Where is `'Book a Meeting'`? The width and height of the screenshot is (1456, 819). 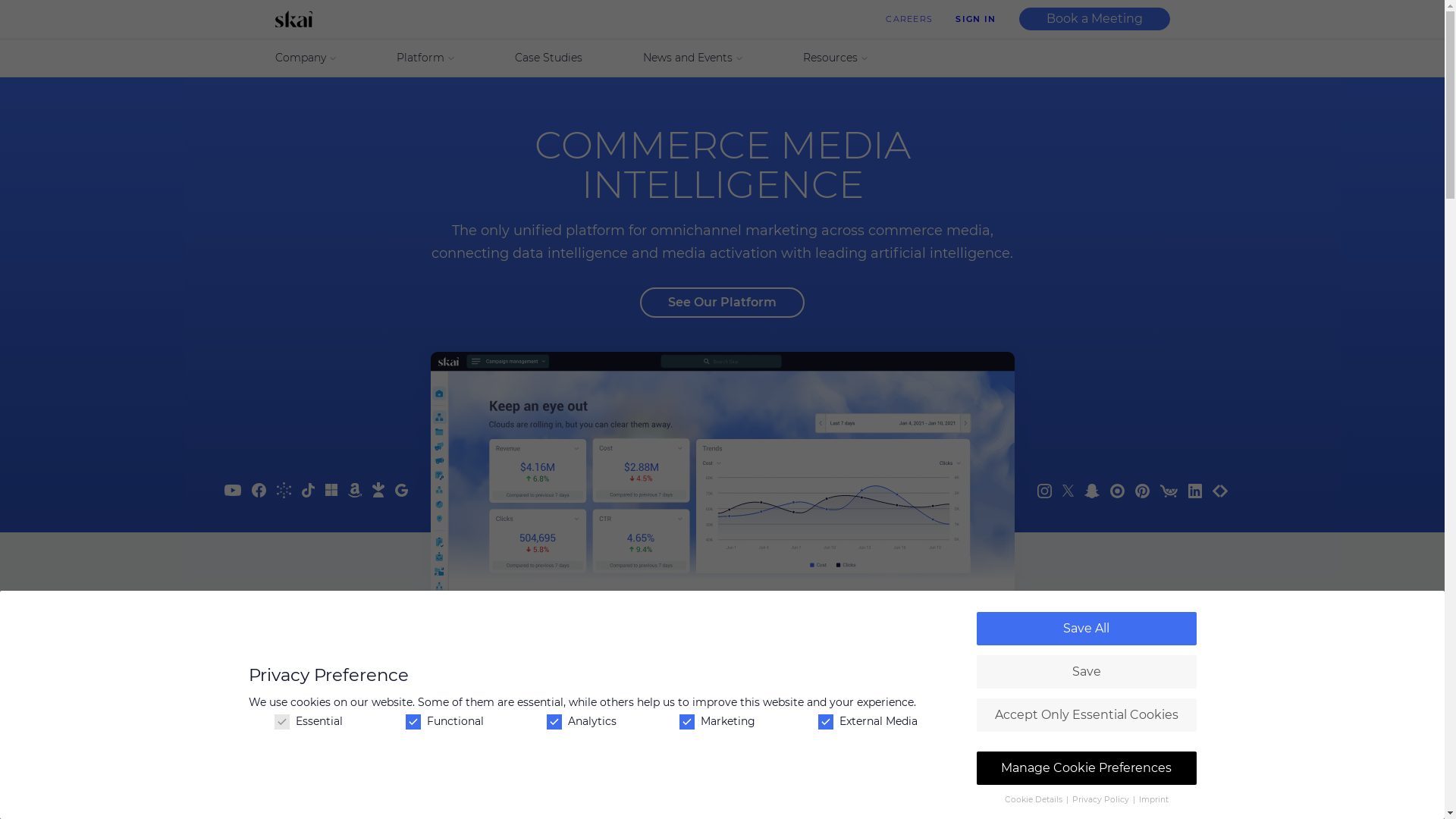 'Book a Meeting' is located at coordinates (1019, 18).